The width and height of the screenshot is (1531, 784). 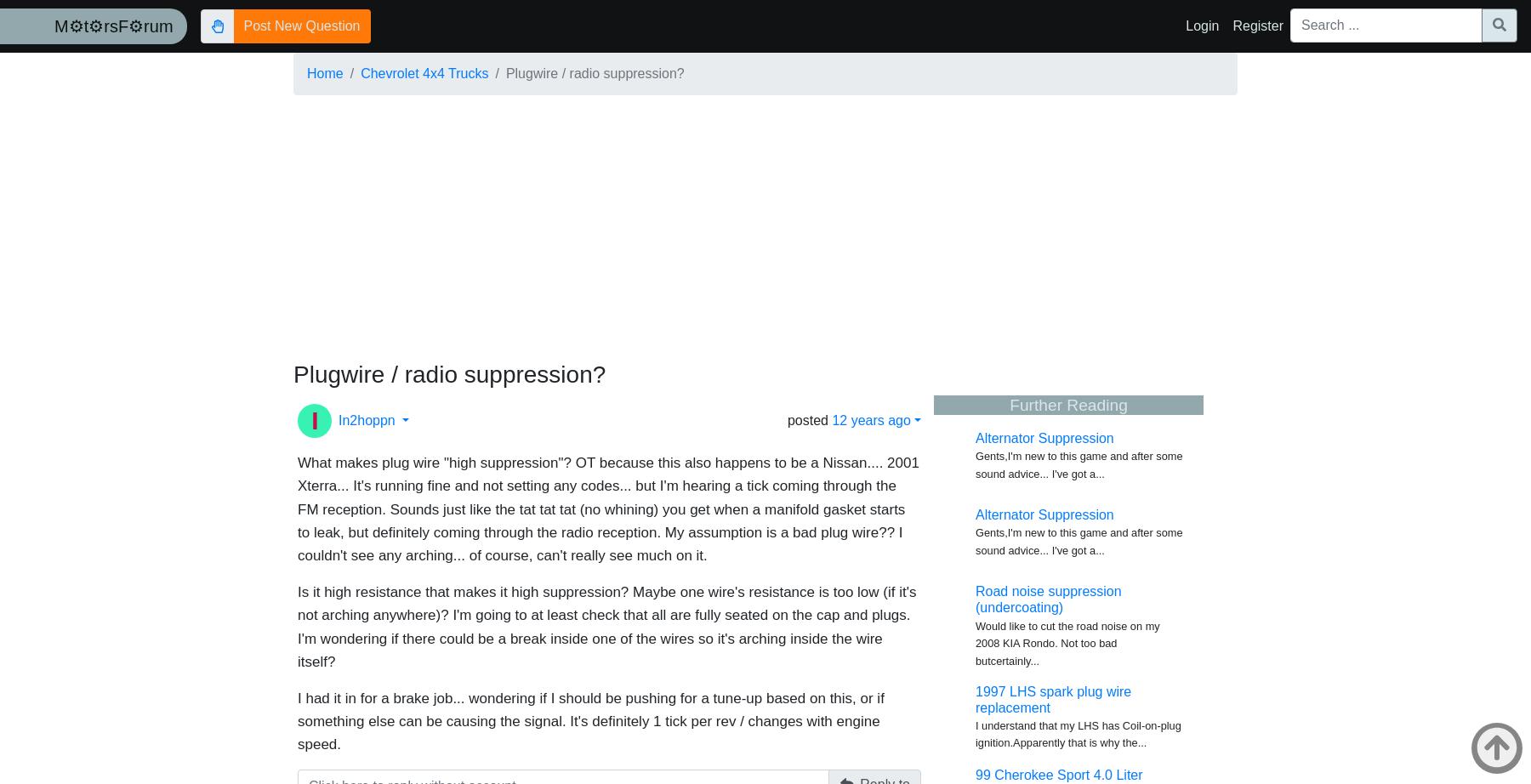 What do you see at coordinates (871, 420) in the screenshot?
I see `'12 years ago'` at bounding box center [871, 420].